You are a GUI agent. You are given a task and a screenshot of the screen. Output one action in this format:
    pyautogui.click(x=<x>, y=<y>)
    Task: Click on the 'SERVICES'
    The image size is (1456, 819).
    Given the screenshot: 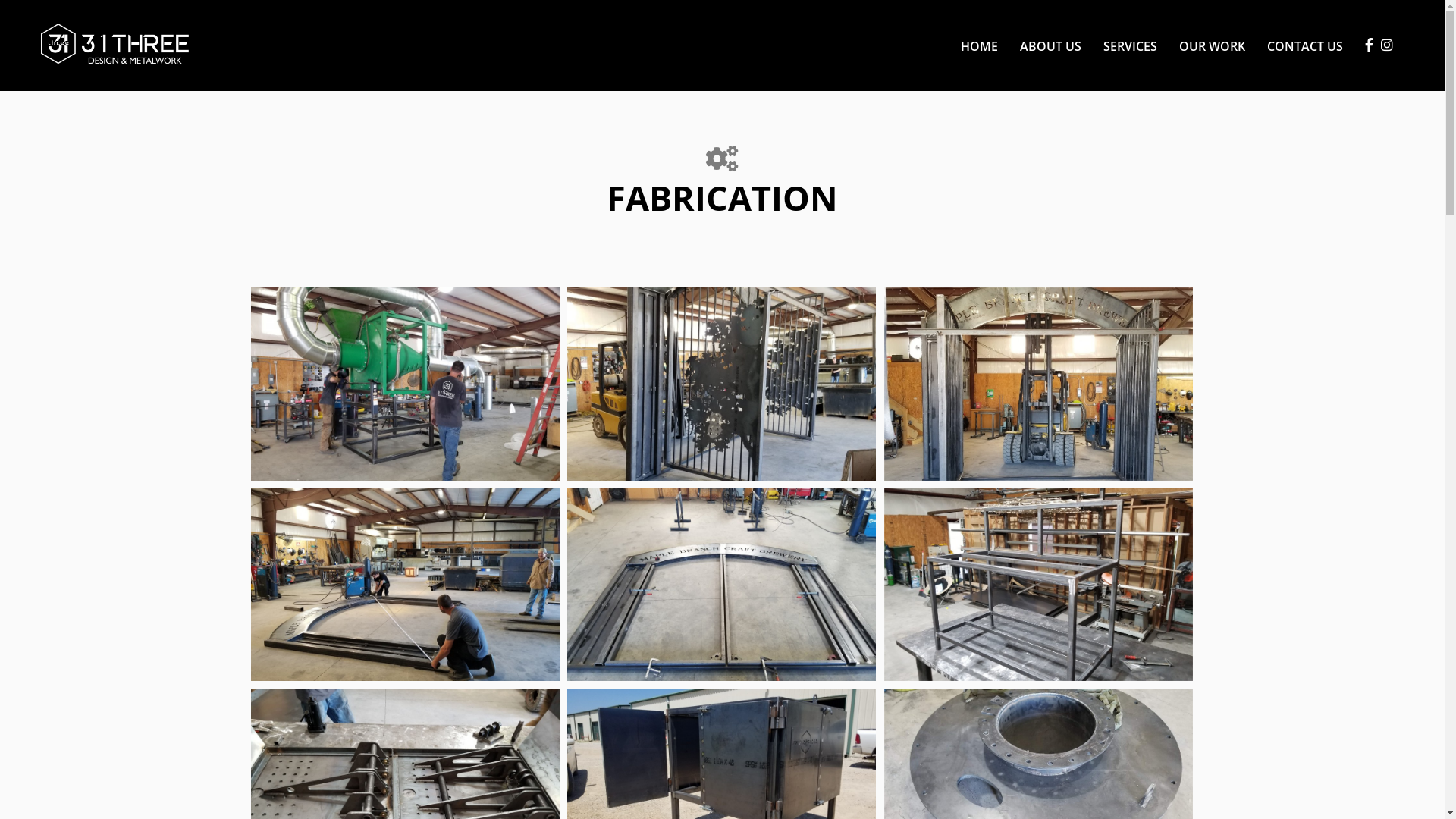 What is the action you would take?
    pyautogui.click(x=1092, y=45)
    